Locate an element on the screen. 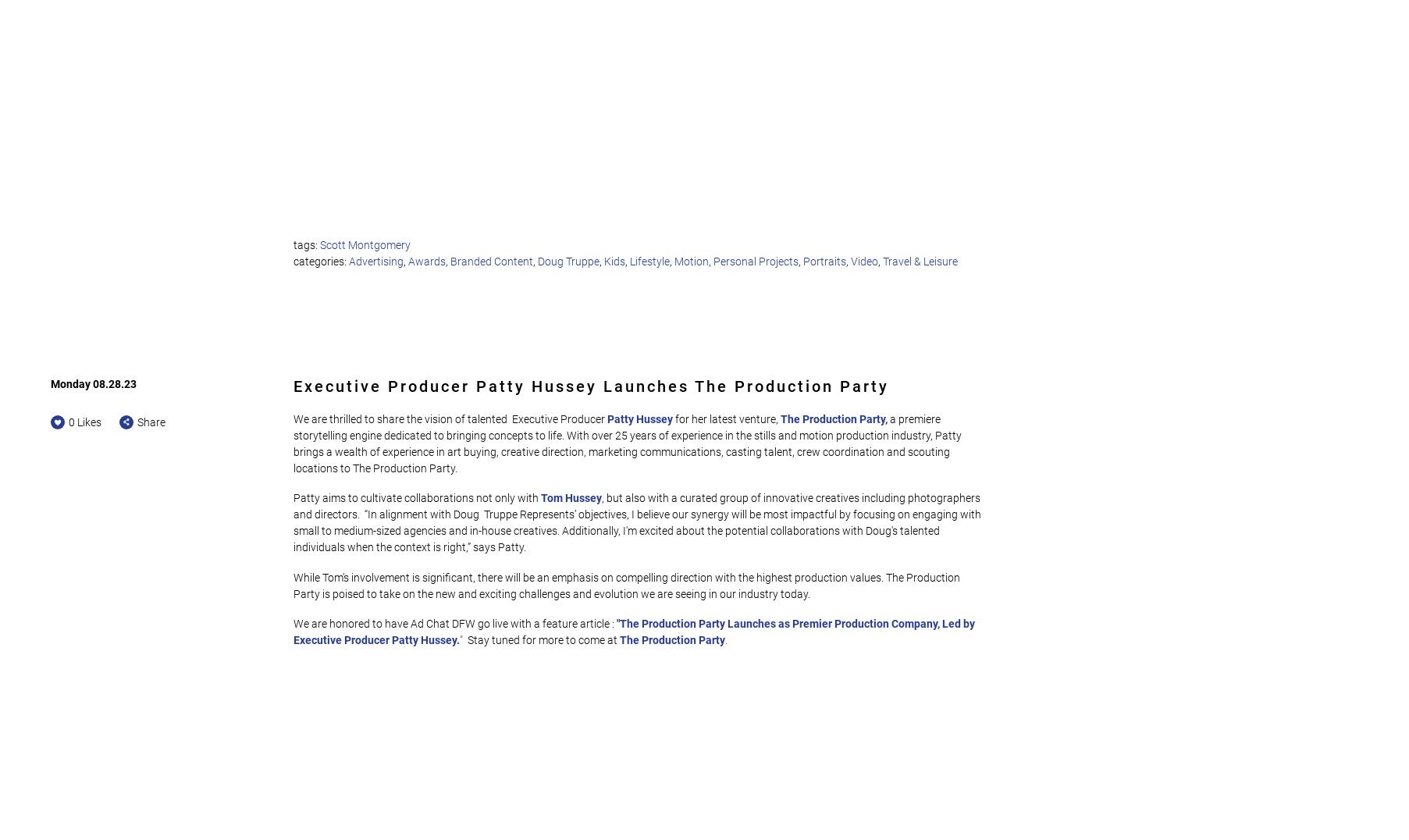  'Personal Projects' is located at coordinates (756, 260).